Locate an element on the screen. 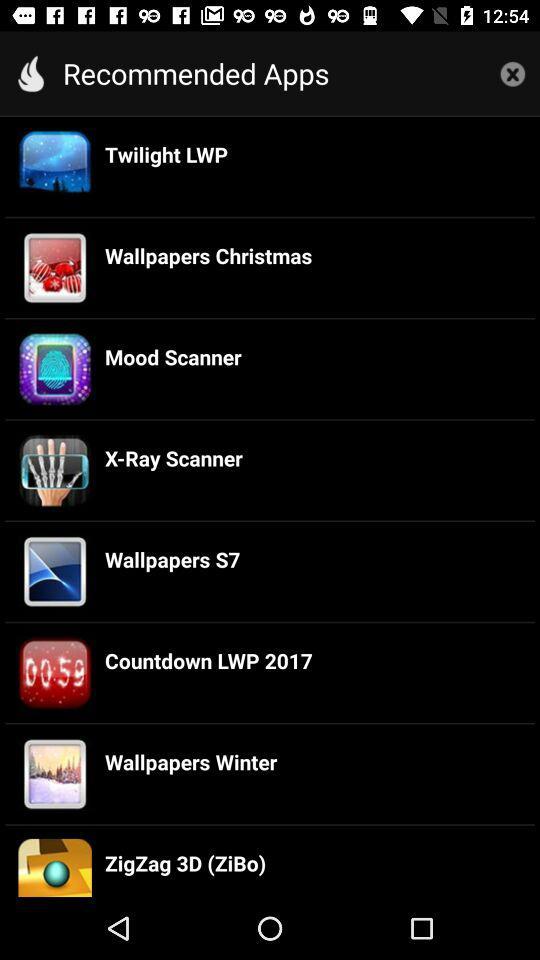  the icon left to xray scanner is located at coordinates (55, 470).